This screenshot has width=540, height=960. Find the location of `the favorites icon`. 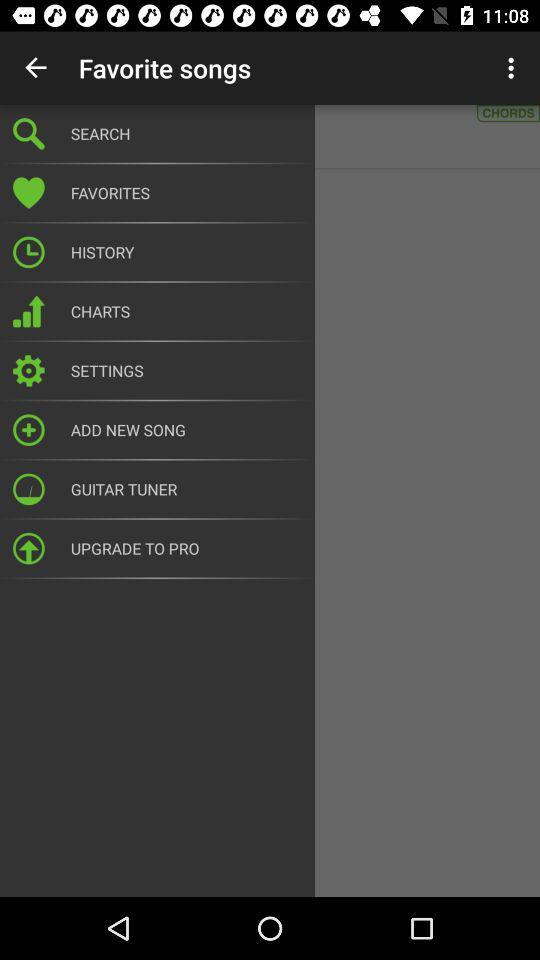

the favorites icon is located at coordinates (186, 193).